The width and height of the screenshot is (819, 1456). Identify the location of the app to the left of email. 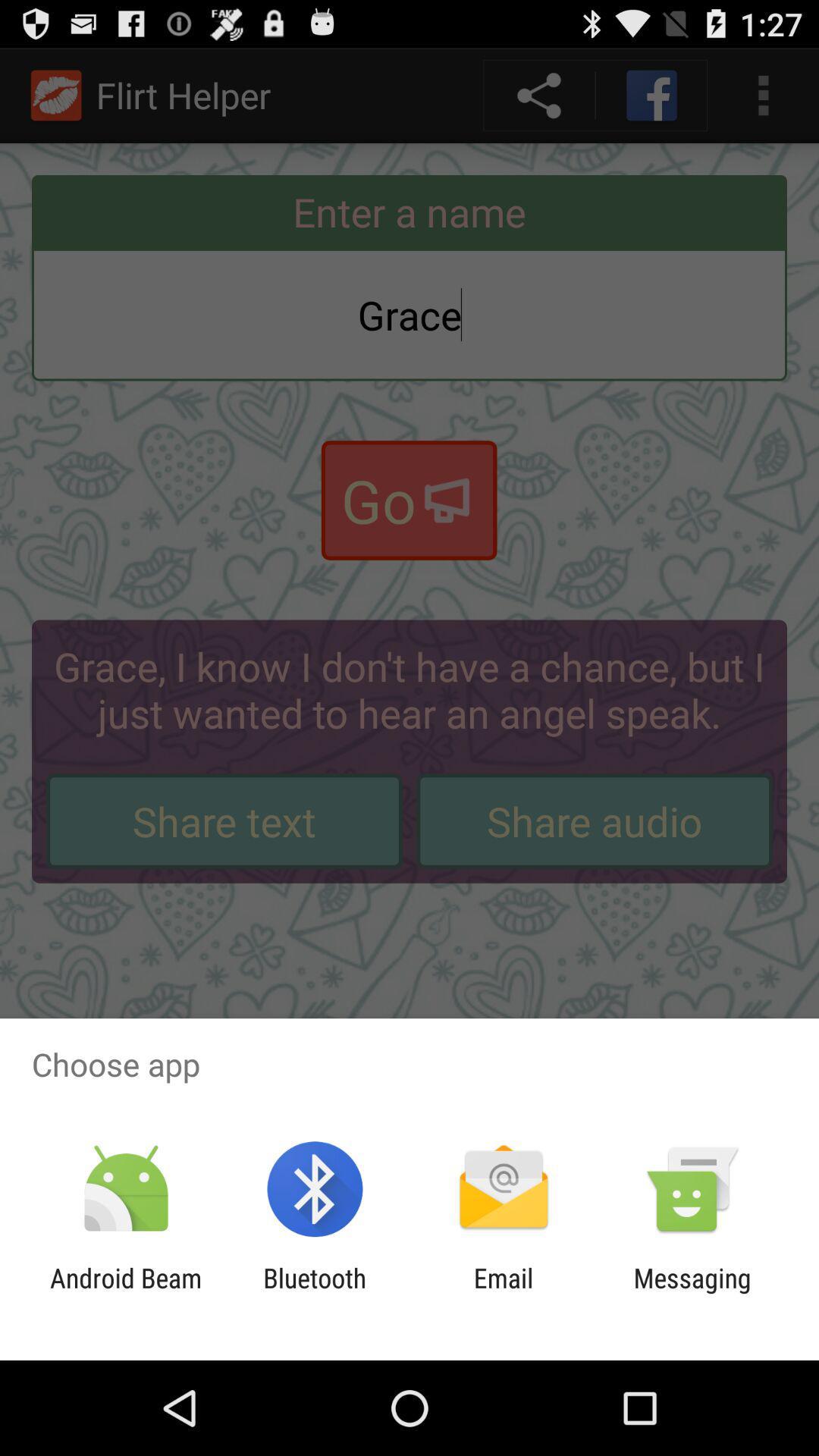
(314, 1293).